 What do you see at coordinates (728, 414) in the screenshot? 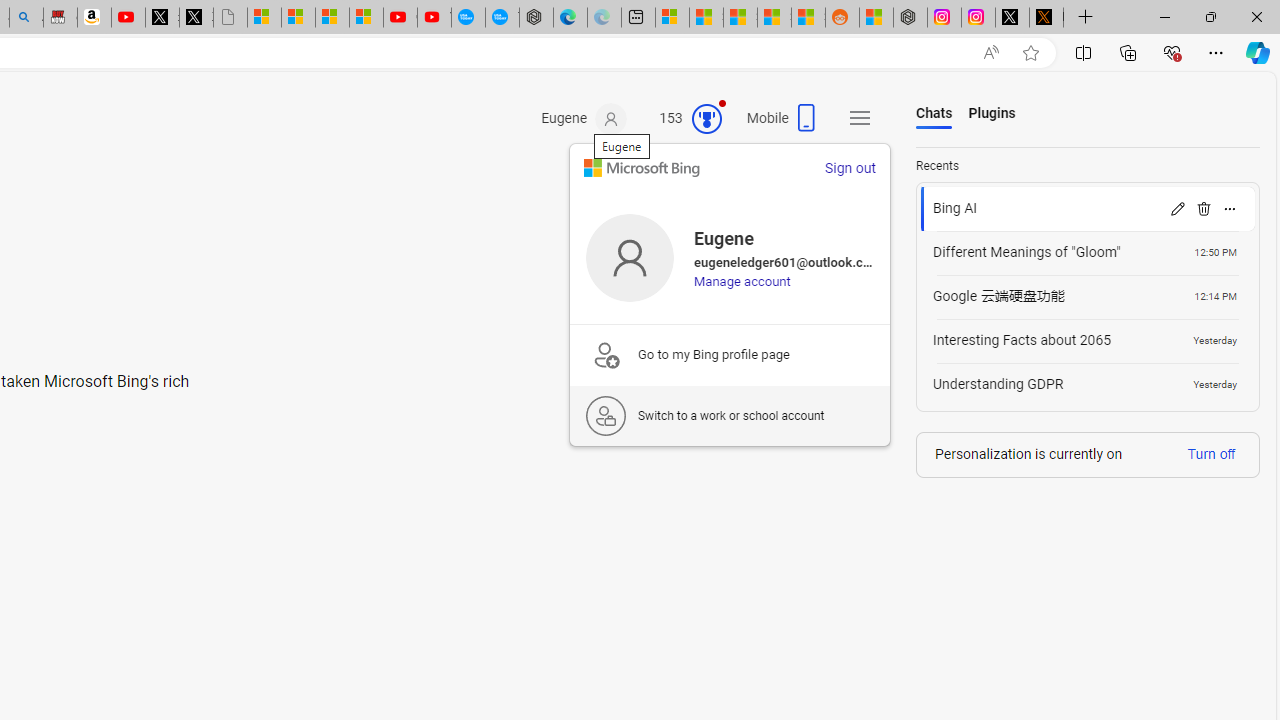
I see `'Switch to a work or school account'` at bounding box center [728, 414].